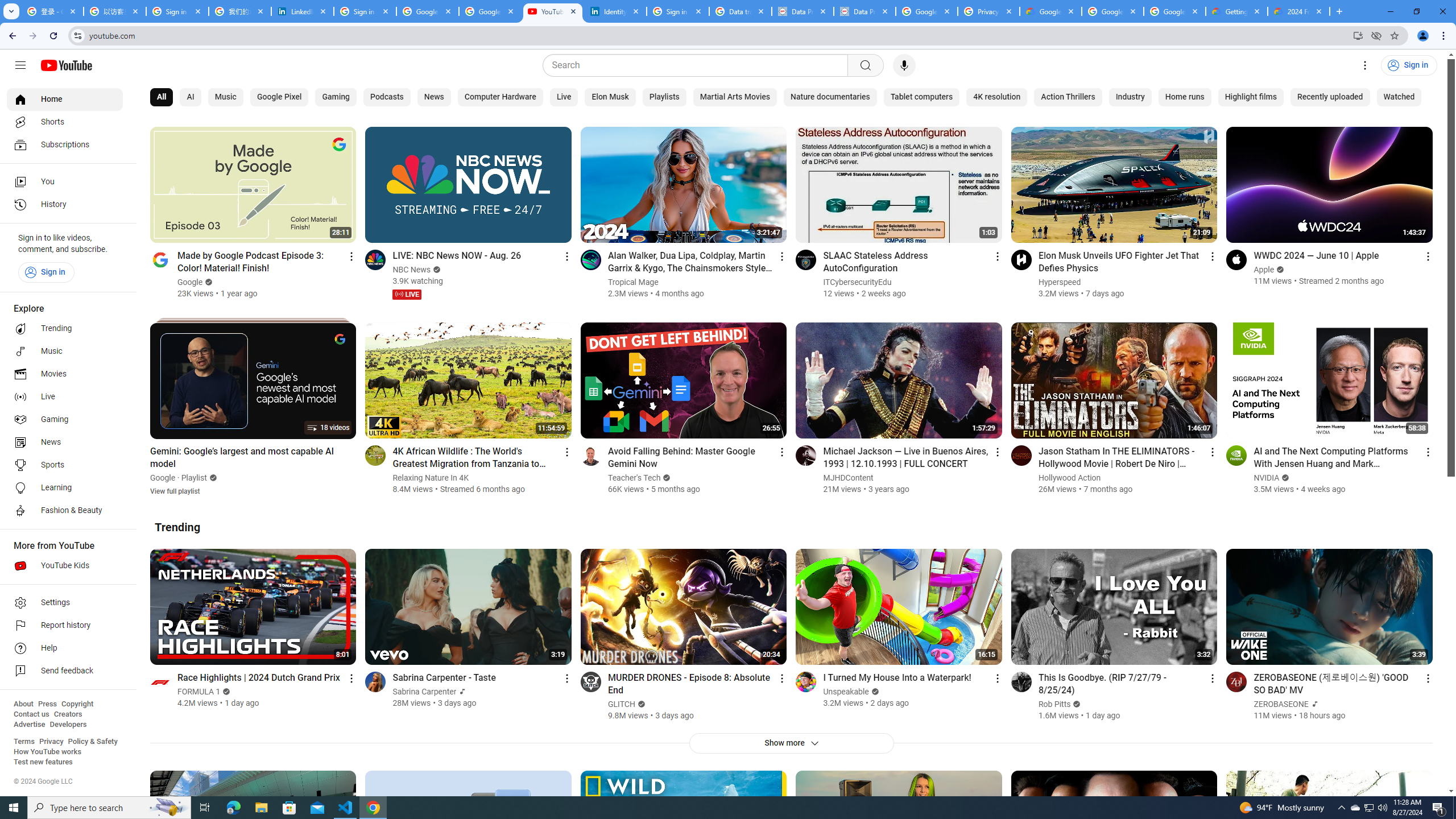 This screenshot has width=1456, height=819. I want to click on 'Sabrina Carpenter', so click(424, 691).